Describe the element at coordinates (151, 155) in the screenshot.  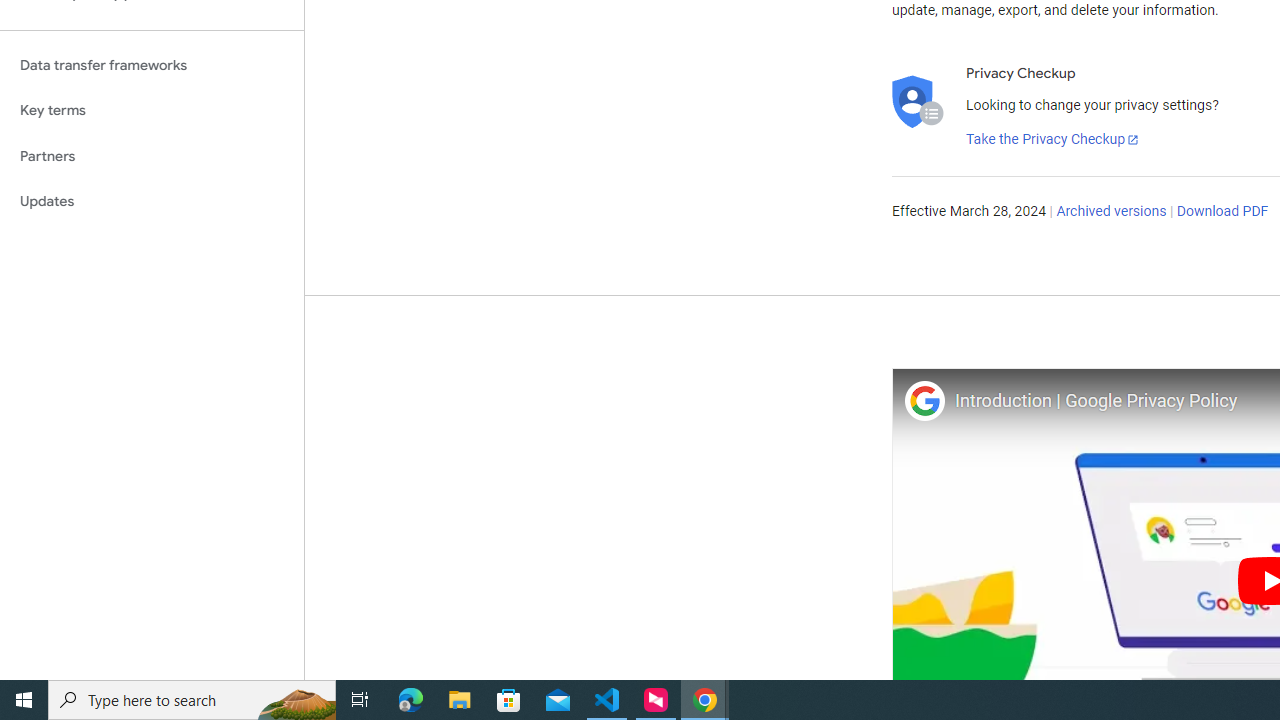
I see `'Partners'` at that location.